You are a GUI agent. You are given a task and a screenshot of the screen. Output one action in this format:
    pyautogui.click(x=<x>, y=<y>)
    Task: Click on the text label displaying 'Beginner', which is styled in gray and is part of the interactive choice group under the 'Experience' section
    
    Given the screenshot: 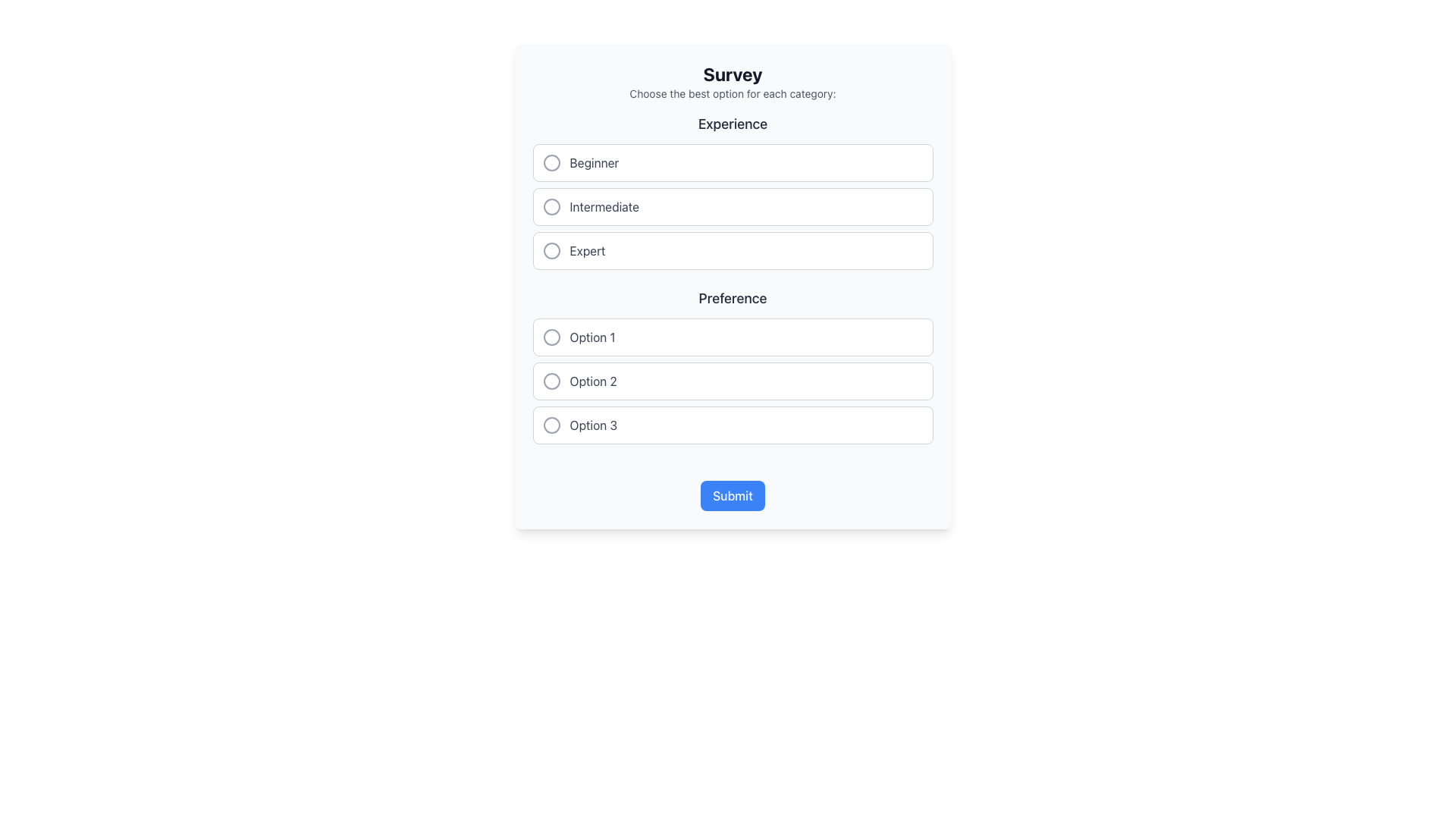 What is the action you would take?
    pyautogui.click(x=593, y=163)
    